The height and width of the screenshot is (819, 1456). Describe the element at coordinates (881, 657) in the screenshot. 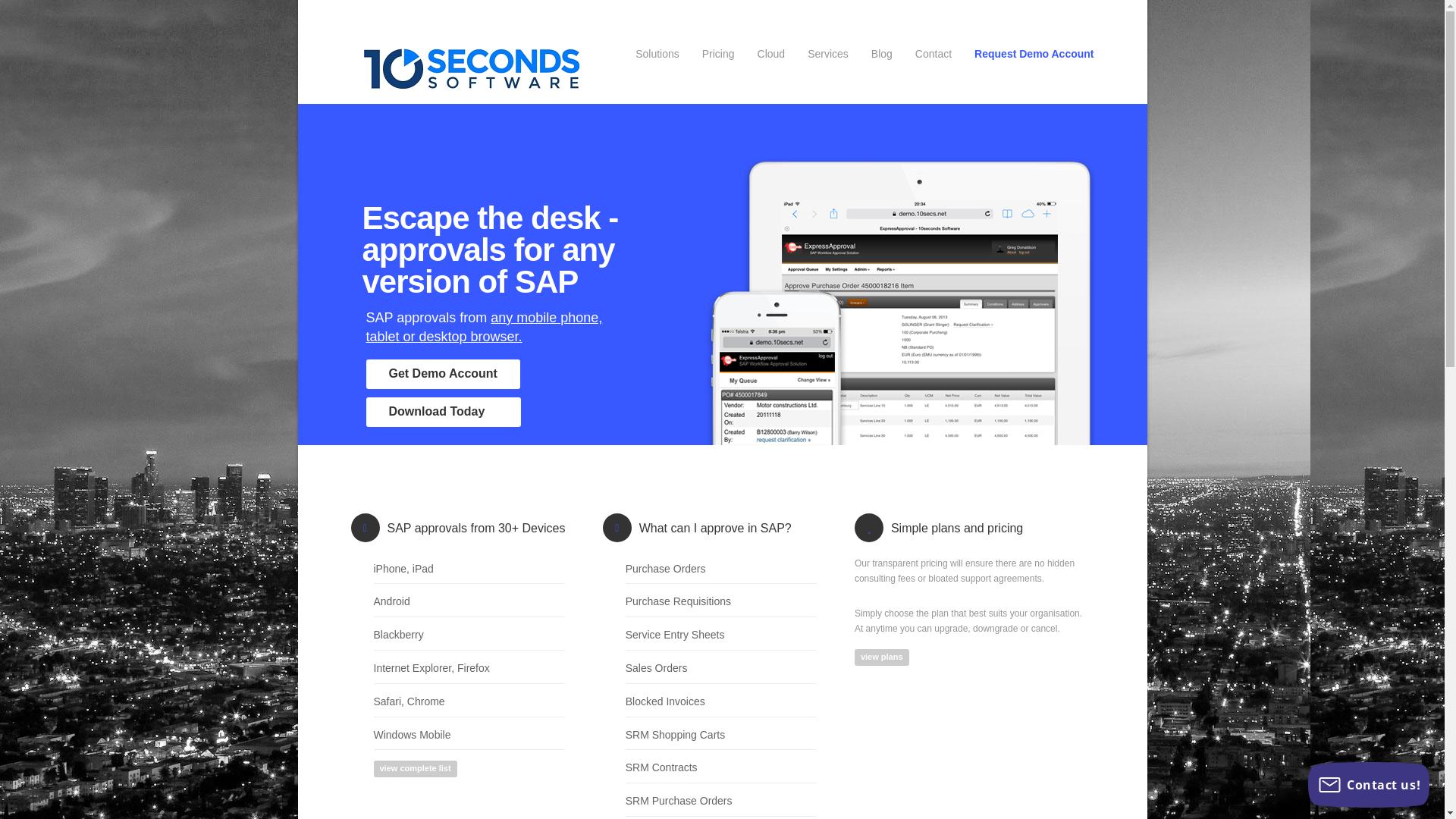

I see `'view plans'` at that location.